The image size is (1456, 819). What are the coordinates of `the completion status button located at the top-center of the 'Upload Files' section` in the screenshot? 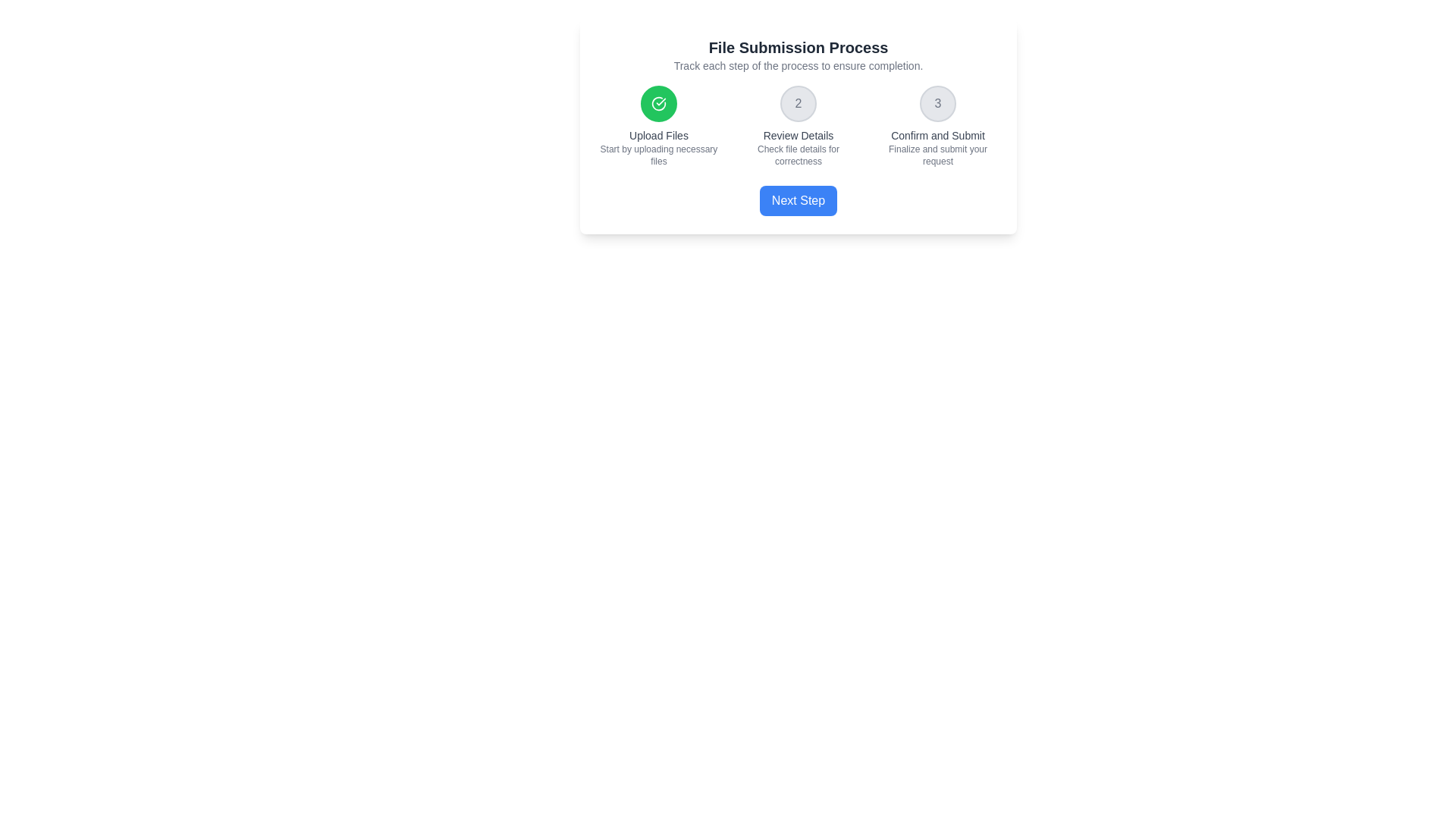 It's located at (658, 103).